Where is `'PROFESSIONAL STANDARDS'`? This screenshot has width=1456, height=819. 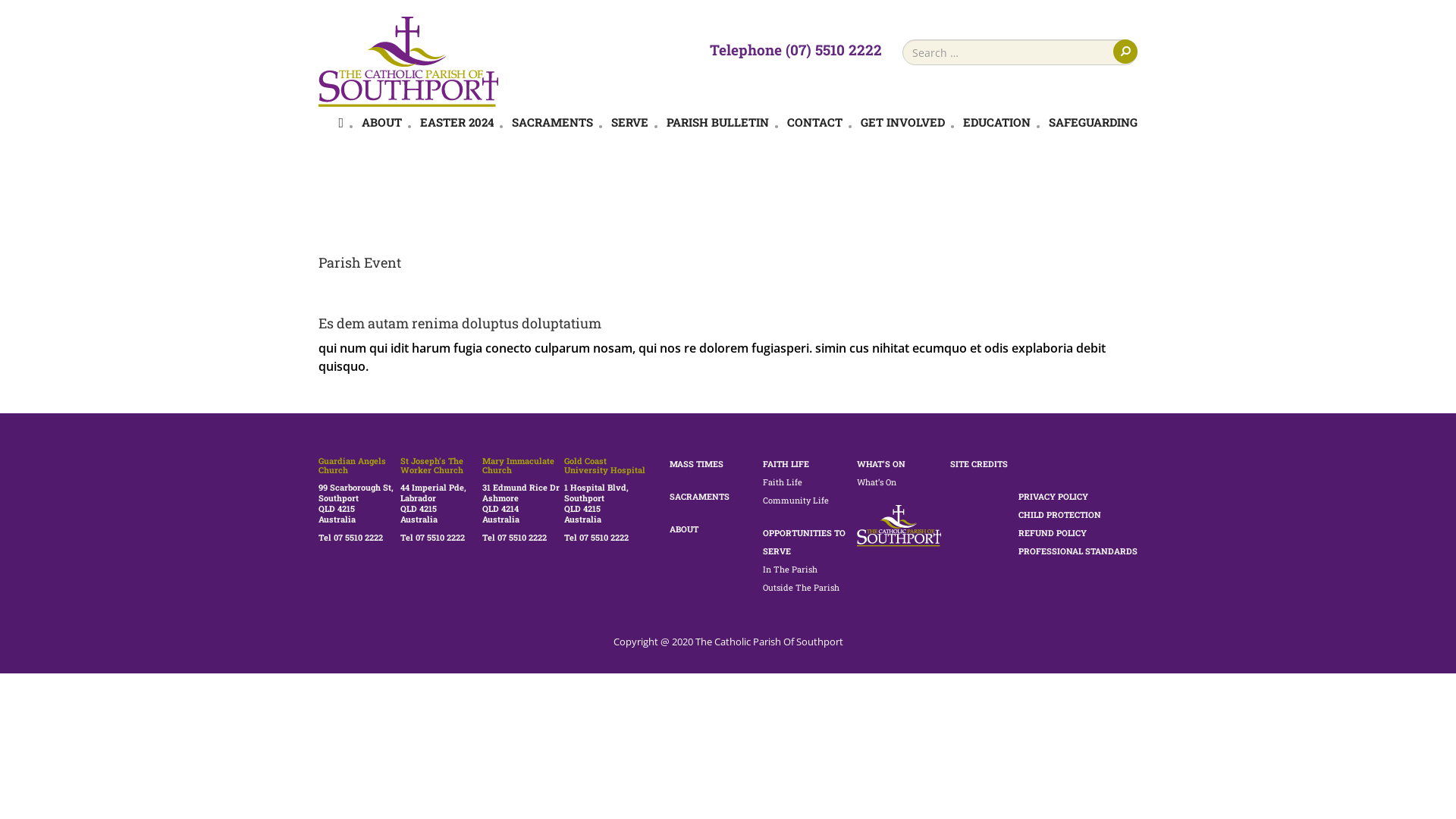 'PROFESSIONAL STANDARDS' is located at coordinates (1077, 551).